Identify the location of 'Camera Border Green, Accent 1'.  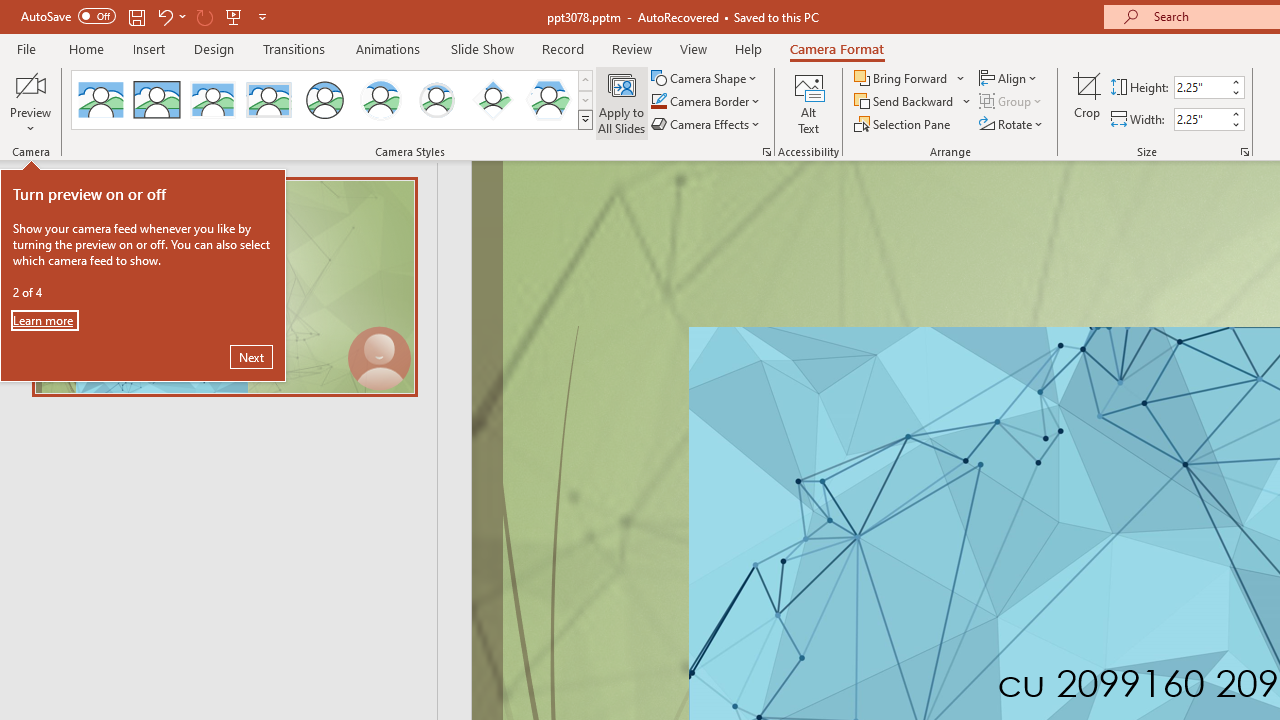
(658, 101).